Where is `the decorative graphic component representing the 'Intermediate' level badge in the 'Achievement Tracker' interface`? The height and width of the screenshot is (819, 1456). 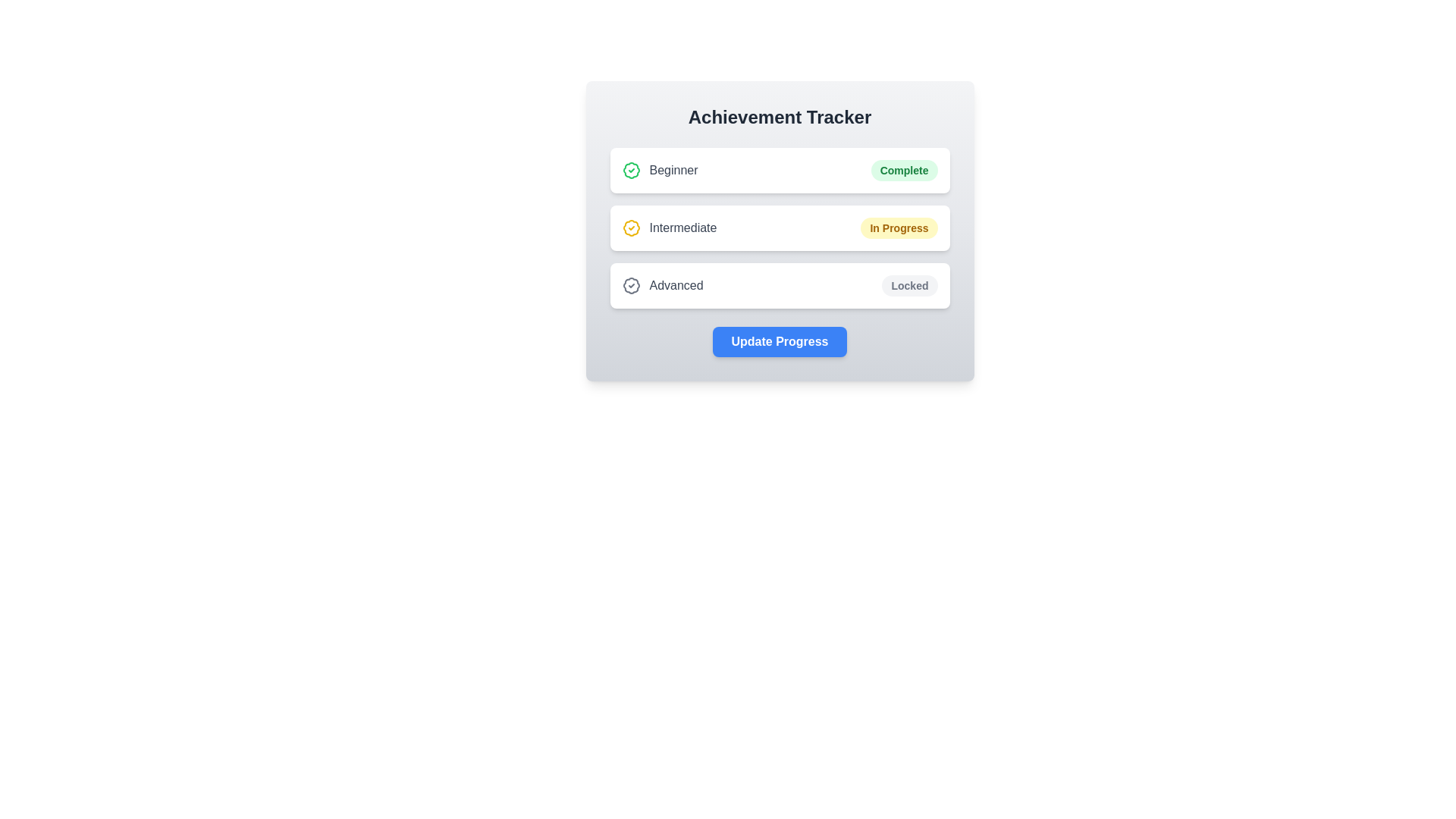 the decorative graphic component representing the 'Intermediate' level badge in the 'Achievement Tracker' interface is located at coordinates (631, 227).